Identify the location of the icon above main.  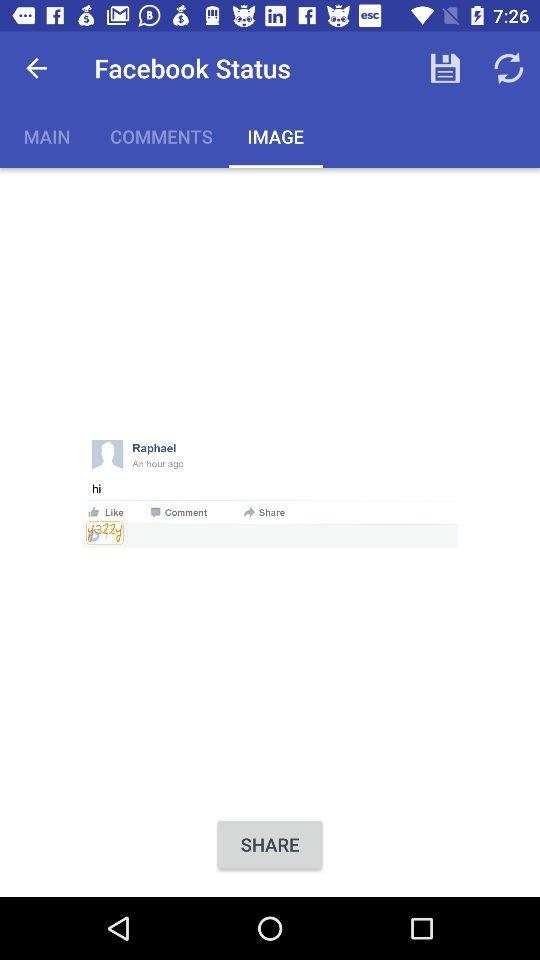
(36, 68).